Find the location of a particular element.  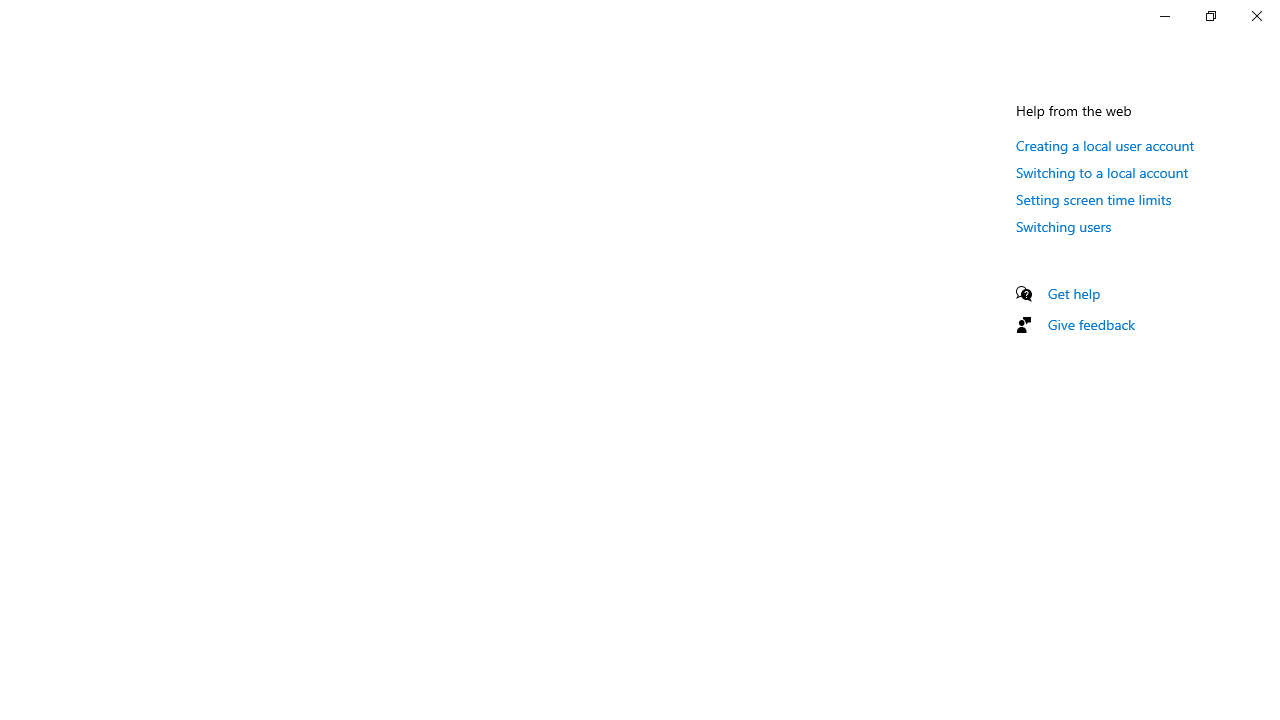

'Switching to a local account' is located at coordinates (1101, 171).